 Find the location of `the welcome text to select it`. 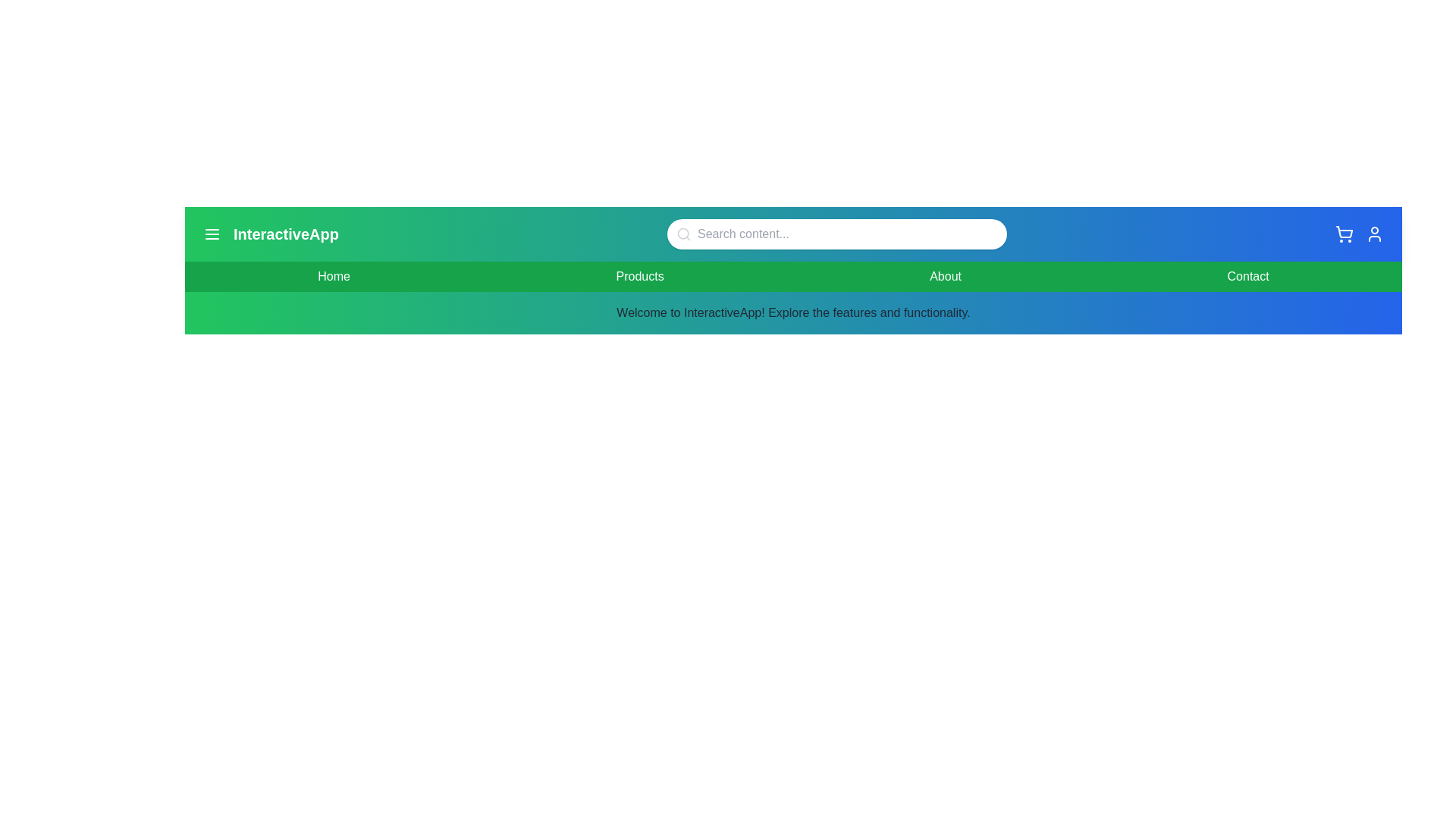

the welcome text to select it is located at coordinates (792, 312).